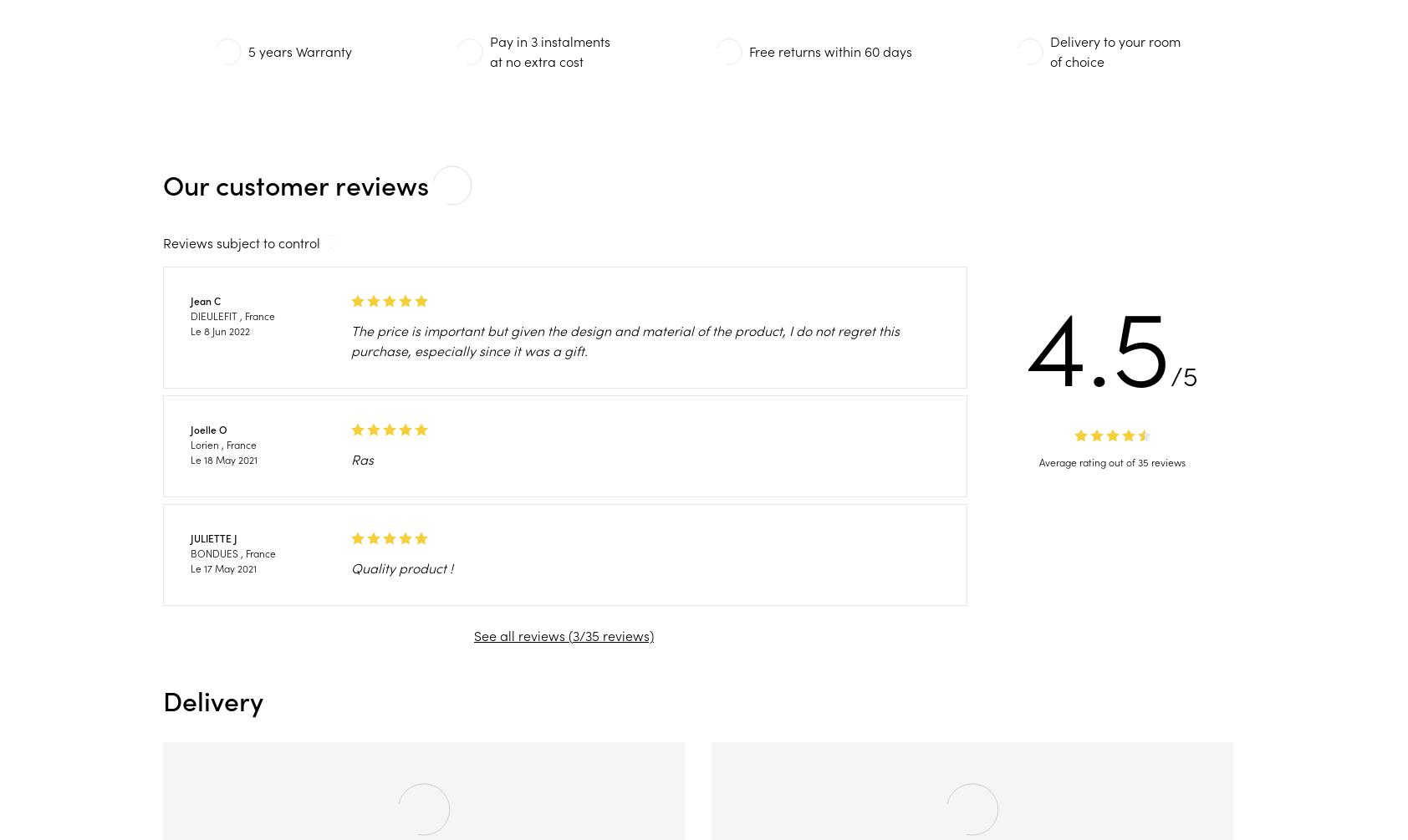 Image resolution: width=1408 pixels, height=840 pixels. I want to click on '3', so click(575, 634).